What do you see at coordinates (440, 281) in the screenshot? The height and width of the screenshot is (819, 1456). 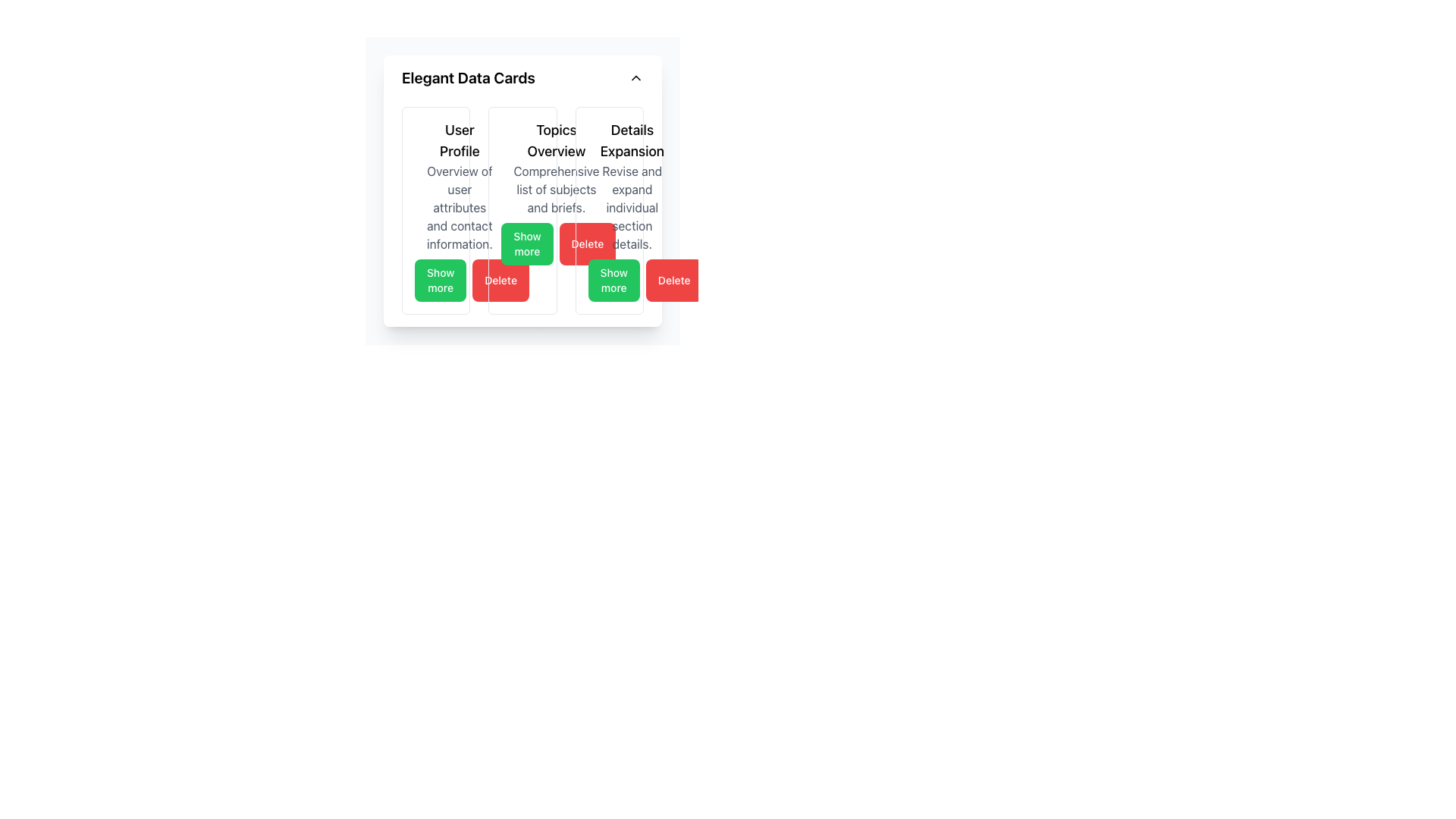 I see `the 'Show more' button located at the far left of the action buttons in the 'User Profile' card` at bounding box center [440, 281].